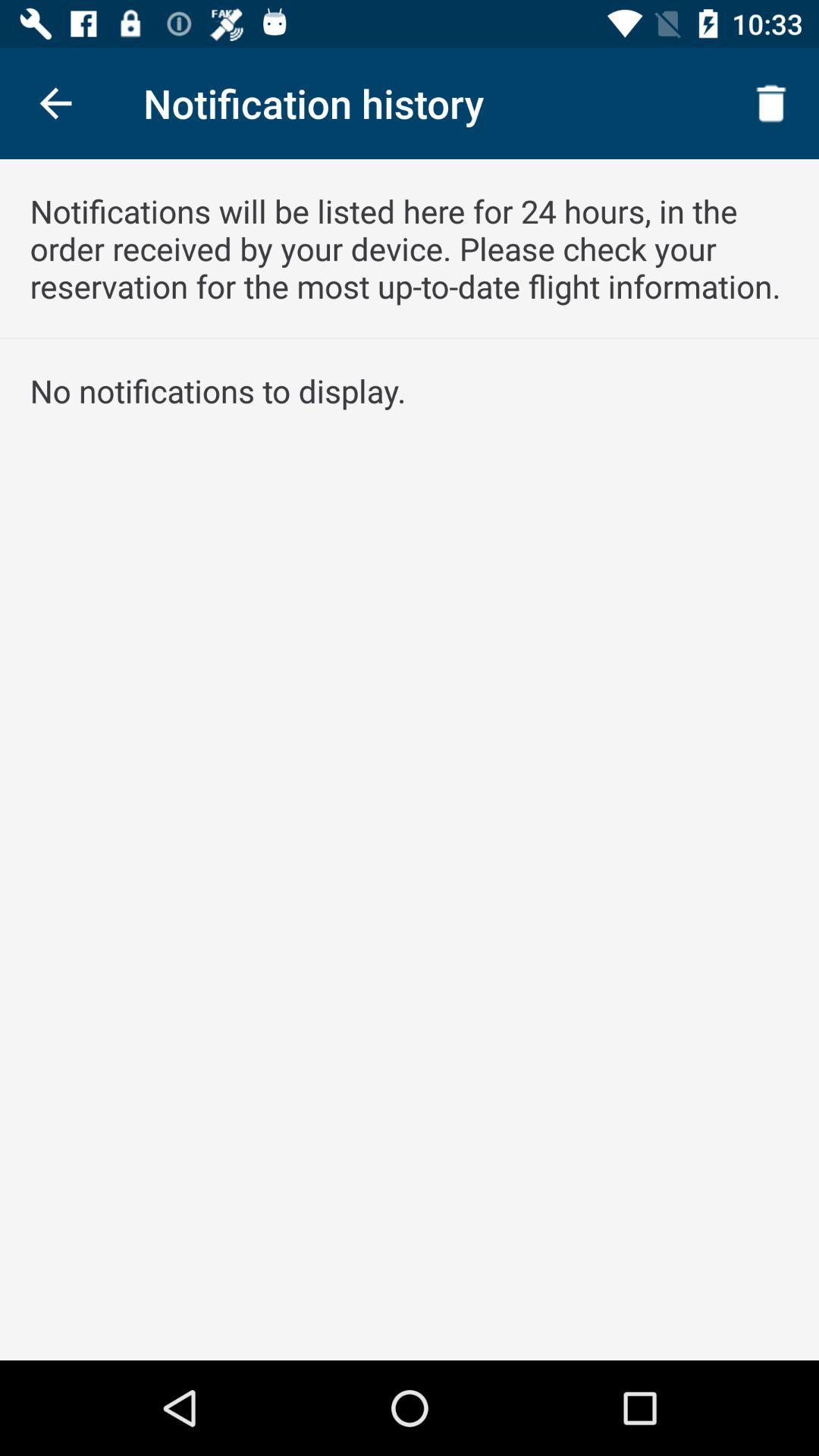 This screenshot has height=1456, width=819. I want to click on icon to the left of notification history, so click(55, 102).